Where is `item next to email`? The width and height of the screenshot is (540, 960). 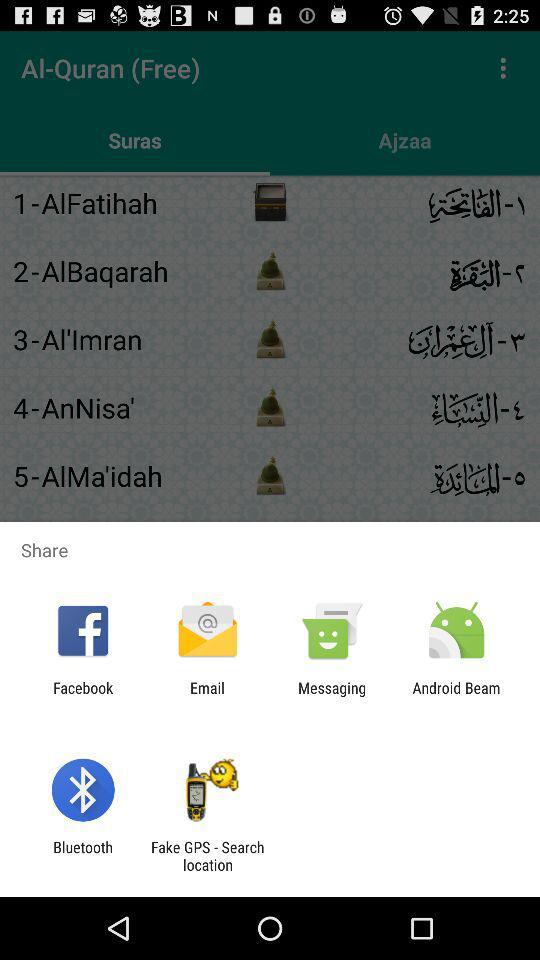
item next to email is located at coordinates (332, 696).